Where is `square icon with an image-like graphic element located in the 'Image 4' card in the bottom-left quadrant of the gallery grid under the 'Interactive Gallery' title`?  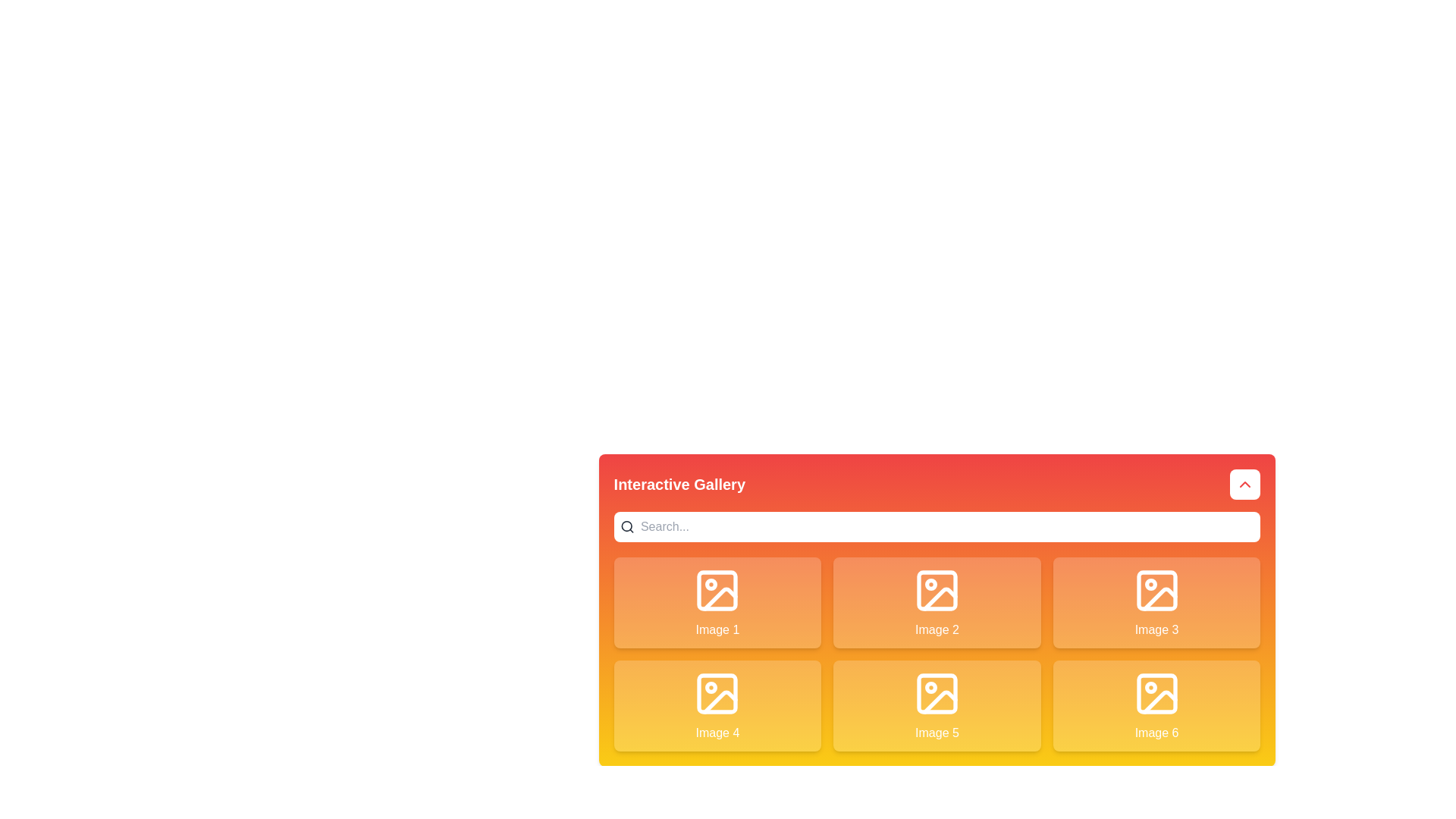 square icon with an image-like graphic element located in the 'Image 4' card in the bottom-left quadrant of the gallery grid under the 'Interactive Gallery' title is located at coordinates (717, 693).